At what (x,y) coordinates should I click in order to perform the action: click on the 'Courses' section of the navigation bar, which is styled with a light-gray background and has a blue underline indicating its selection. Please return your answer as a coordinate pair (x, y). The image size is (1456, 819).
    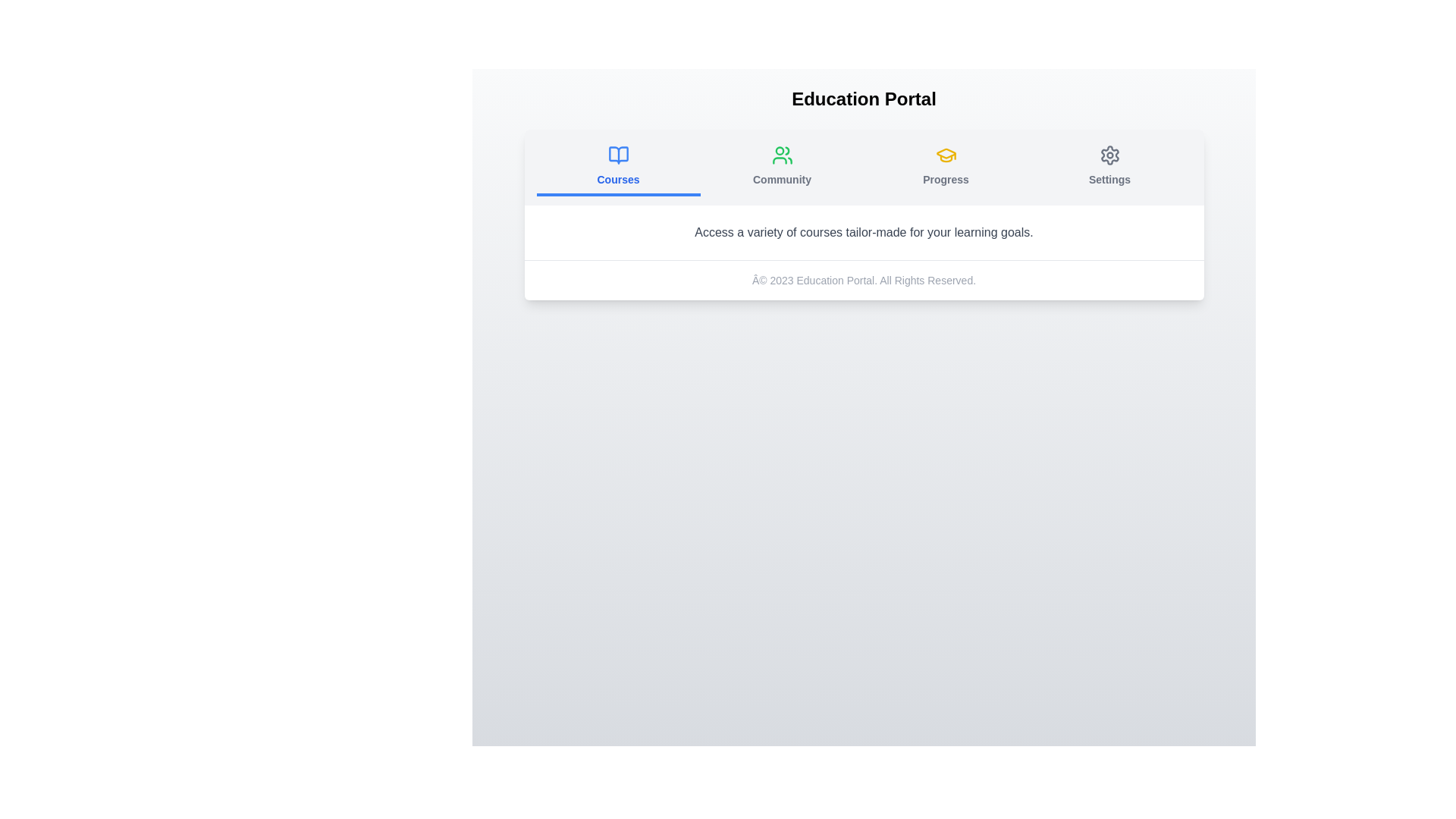
    Looking at the image, I should click on (864, 167).